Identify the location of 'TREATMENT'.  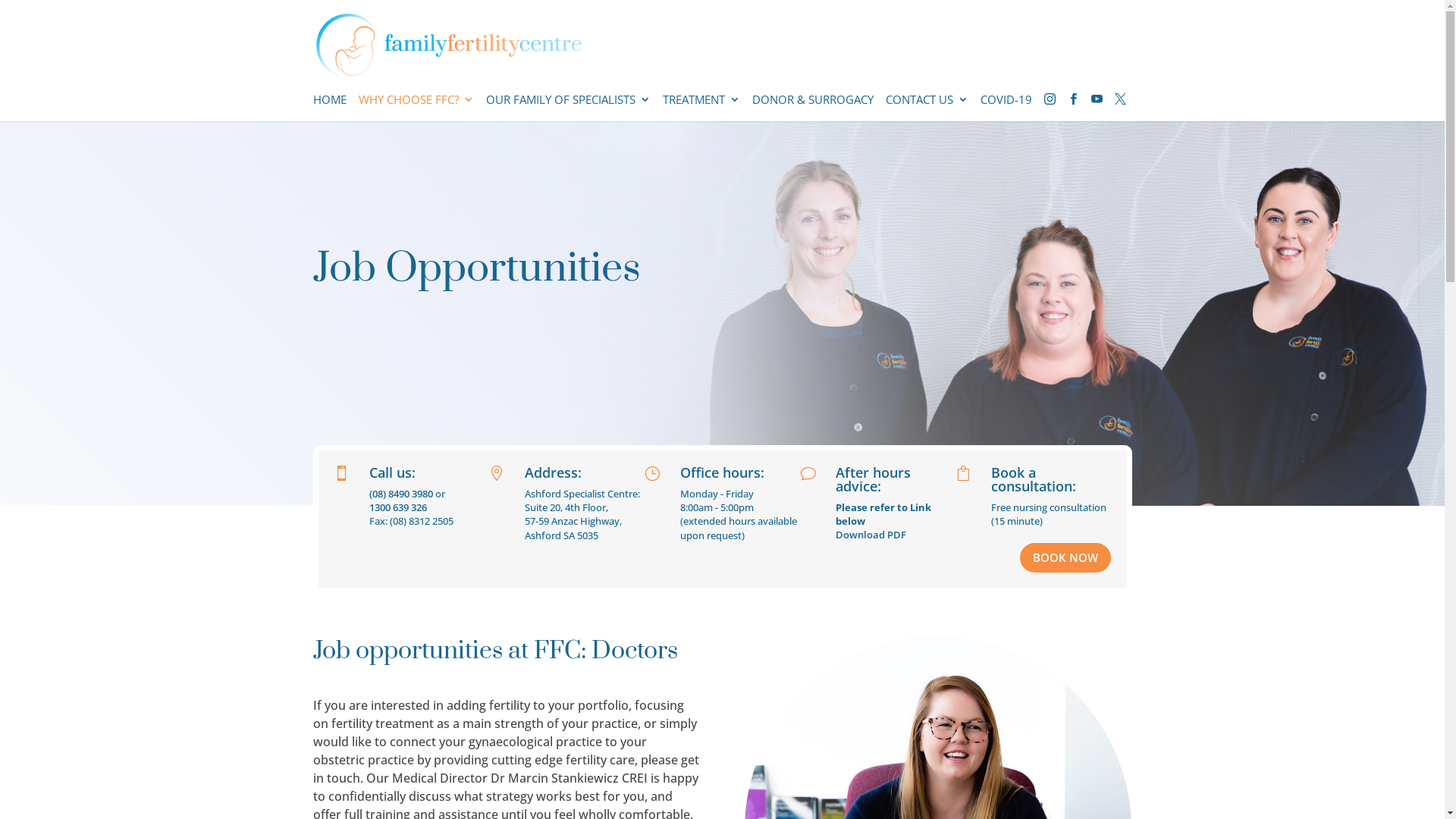
(701, 107).